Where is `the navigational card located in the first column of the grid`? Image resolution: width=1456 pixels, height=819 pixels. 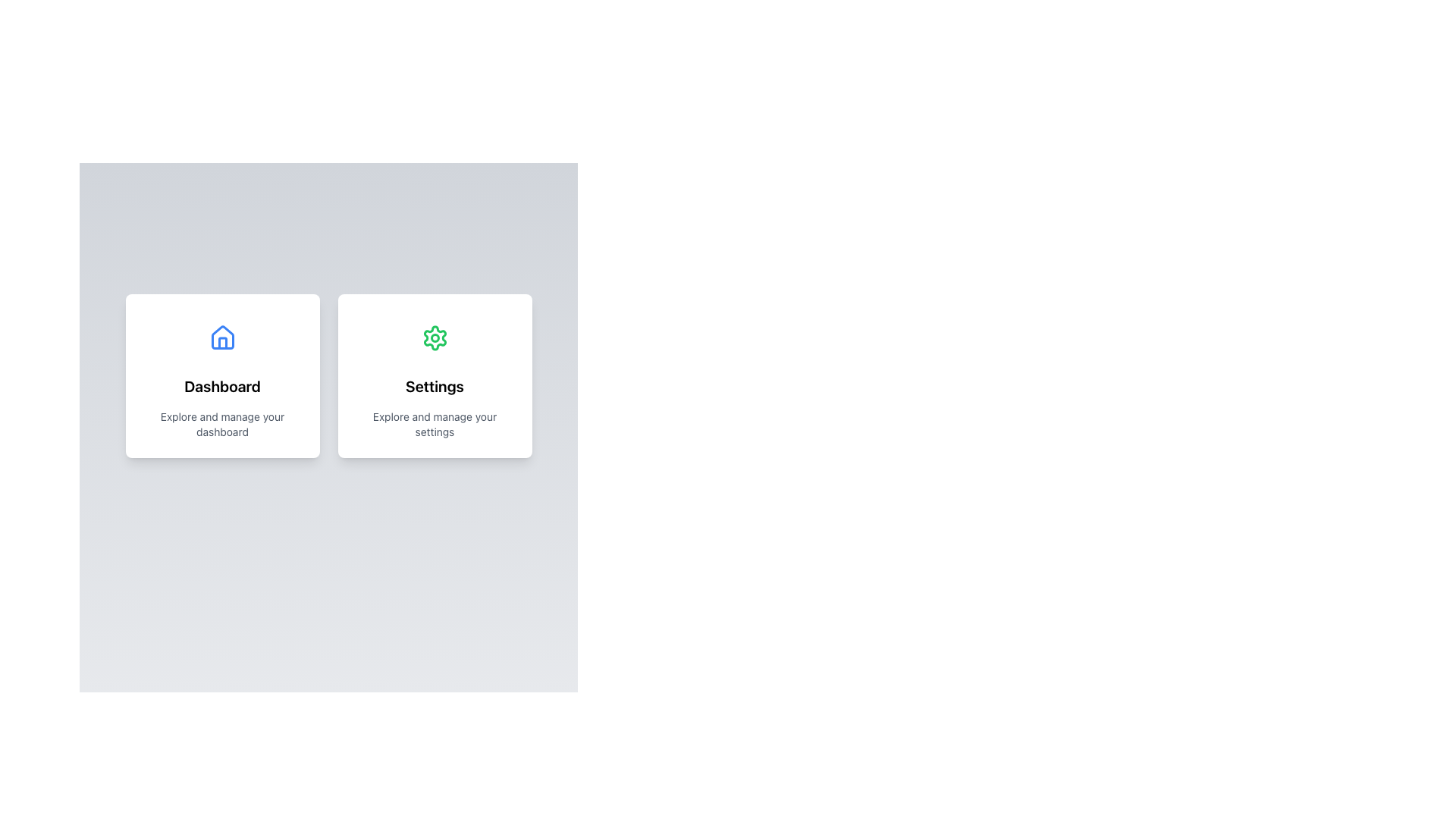 the navigational card located in the first column of the grid is located at coordinates (221, 375).